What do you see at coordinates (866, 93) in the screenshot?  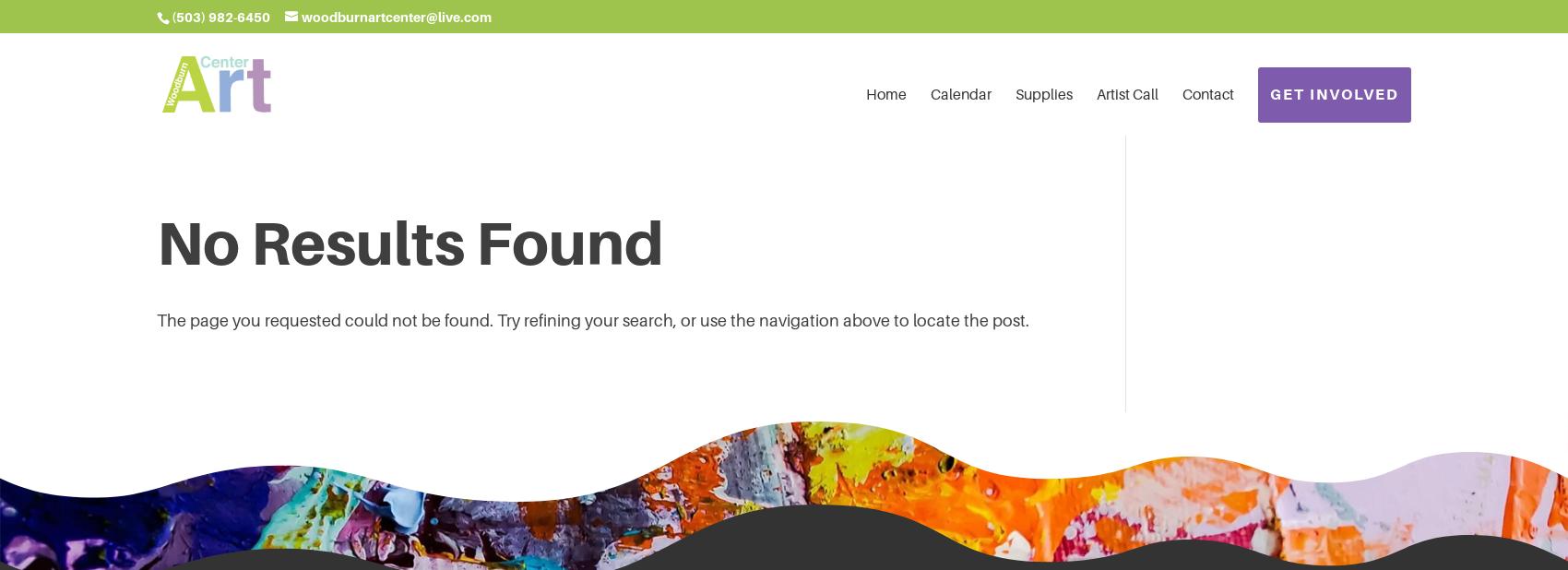 I see `'Home'` at bounding box center [866, 93].